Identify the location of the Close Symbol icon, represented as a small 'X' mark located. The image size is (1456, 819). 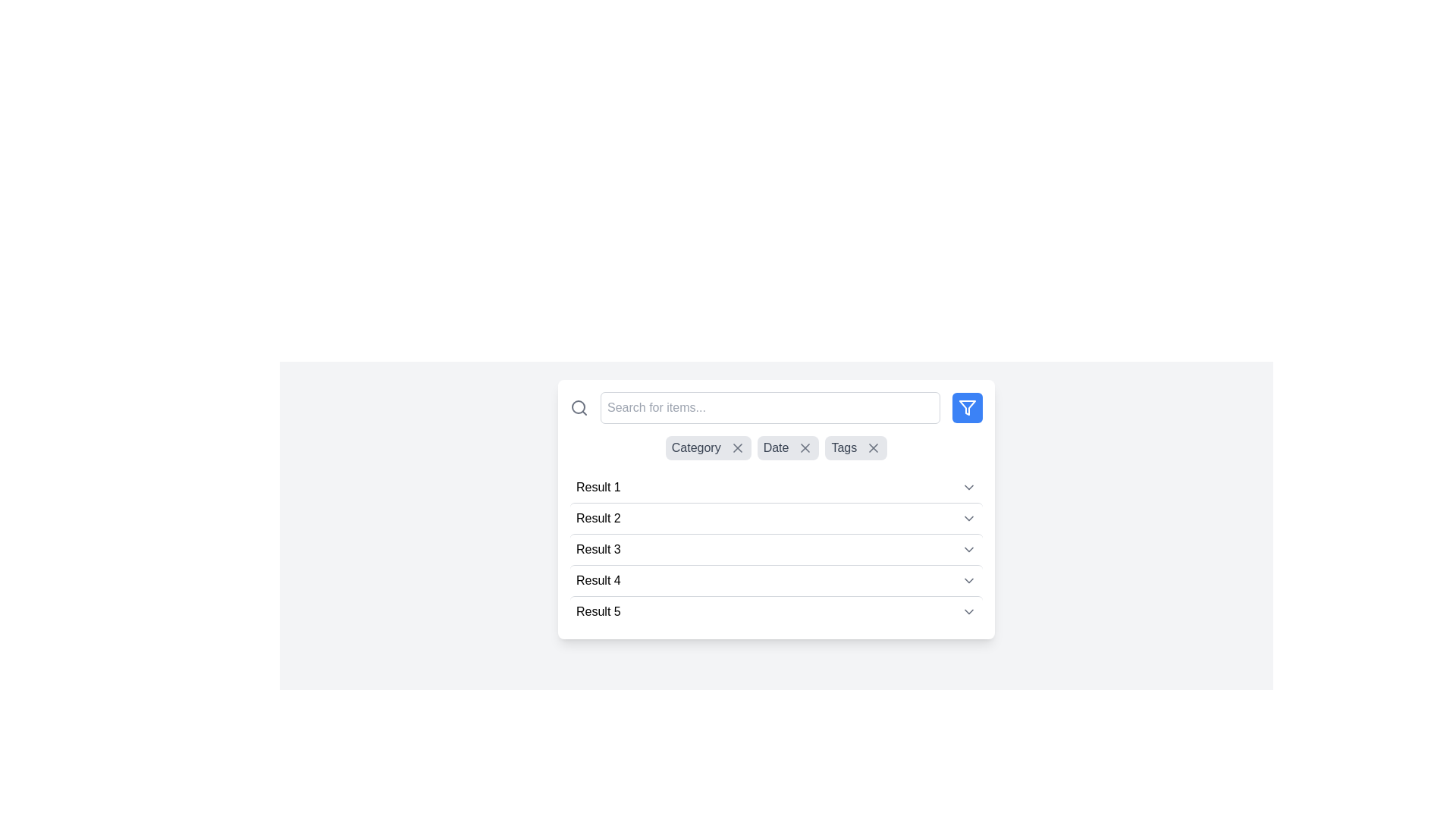
(874, 447).